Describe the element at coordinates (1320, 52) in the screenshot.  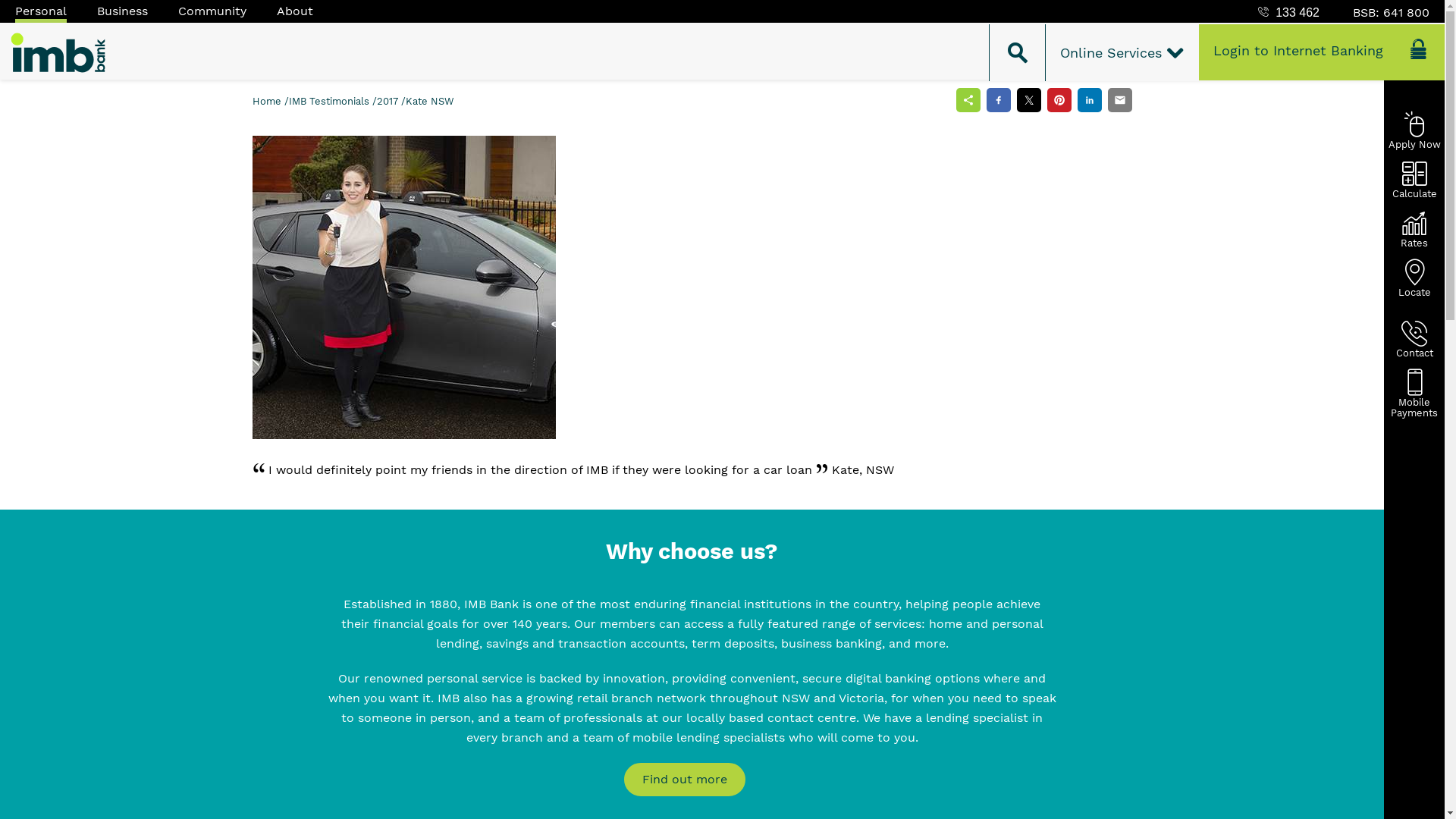
I see `'Login to Internet Banking'` at that location.